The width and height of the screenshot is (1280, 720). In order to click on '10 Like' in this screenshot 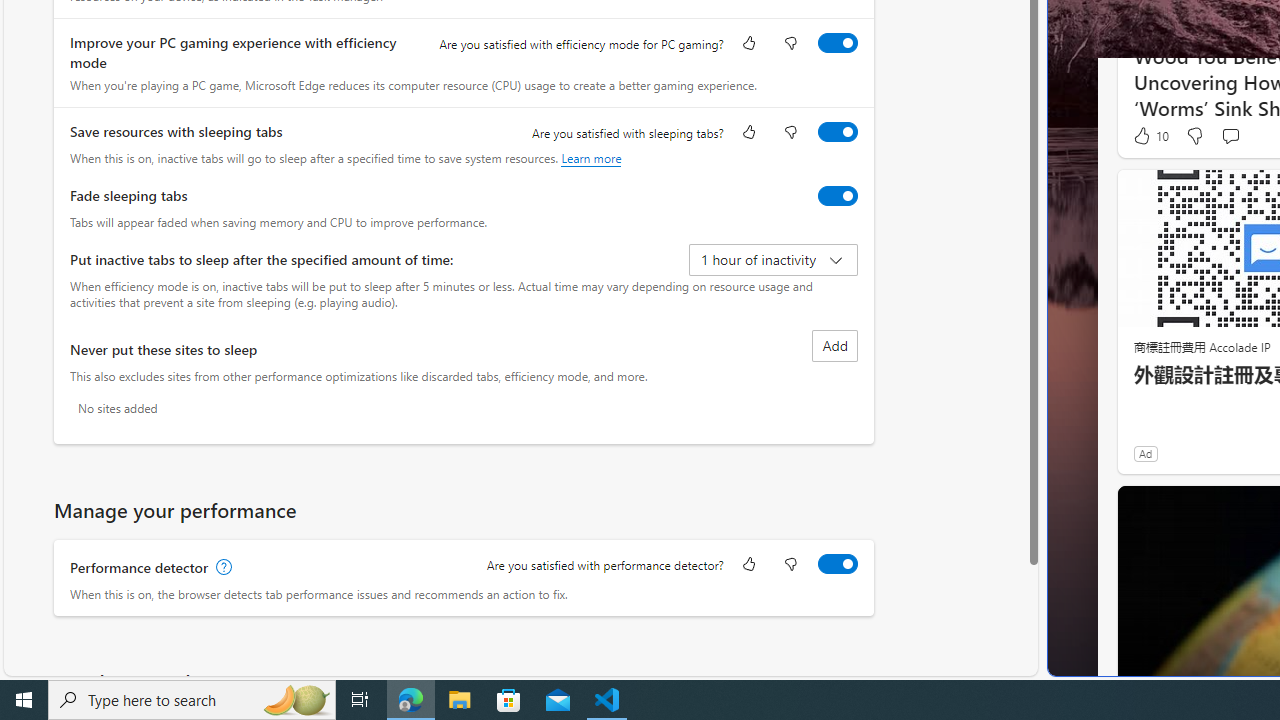, I will do `click(1150, 135)`.